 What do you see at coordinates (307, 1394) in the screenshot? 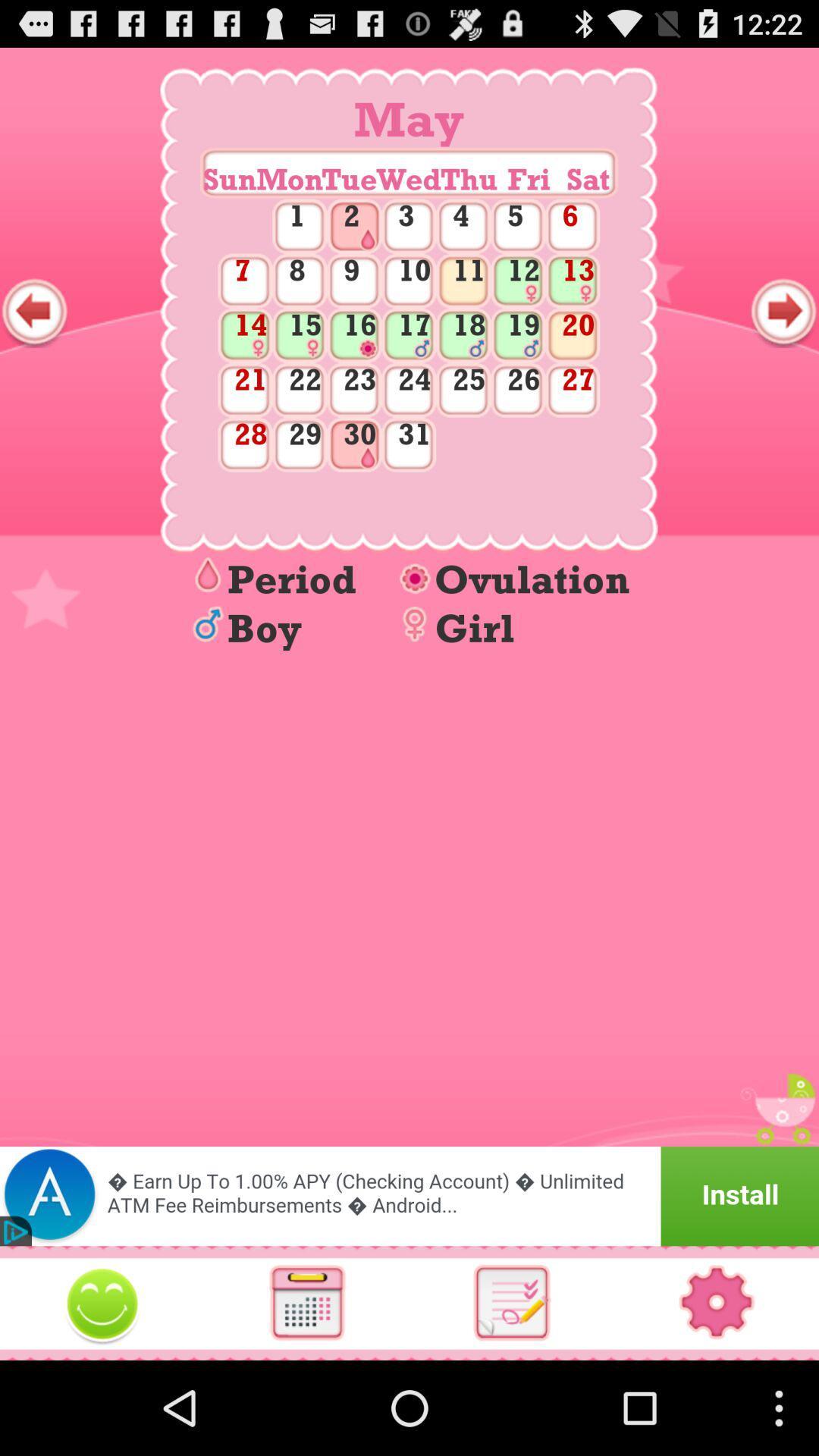
I see `the date_range icon` at bounding box center [307, 1394].